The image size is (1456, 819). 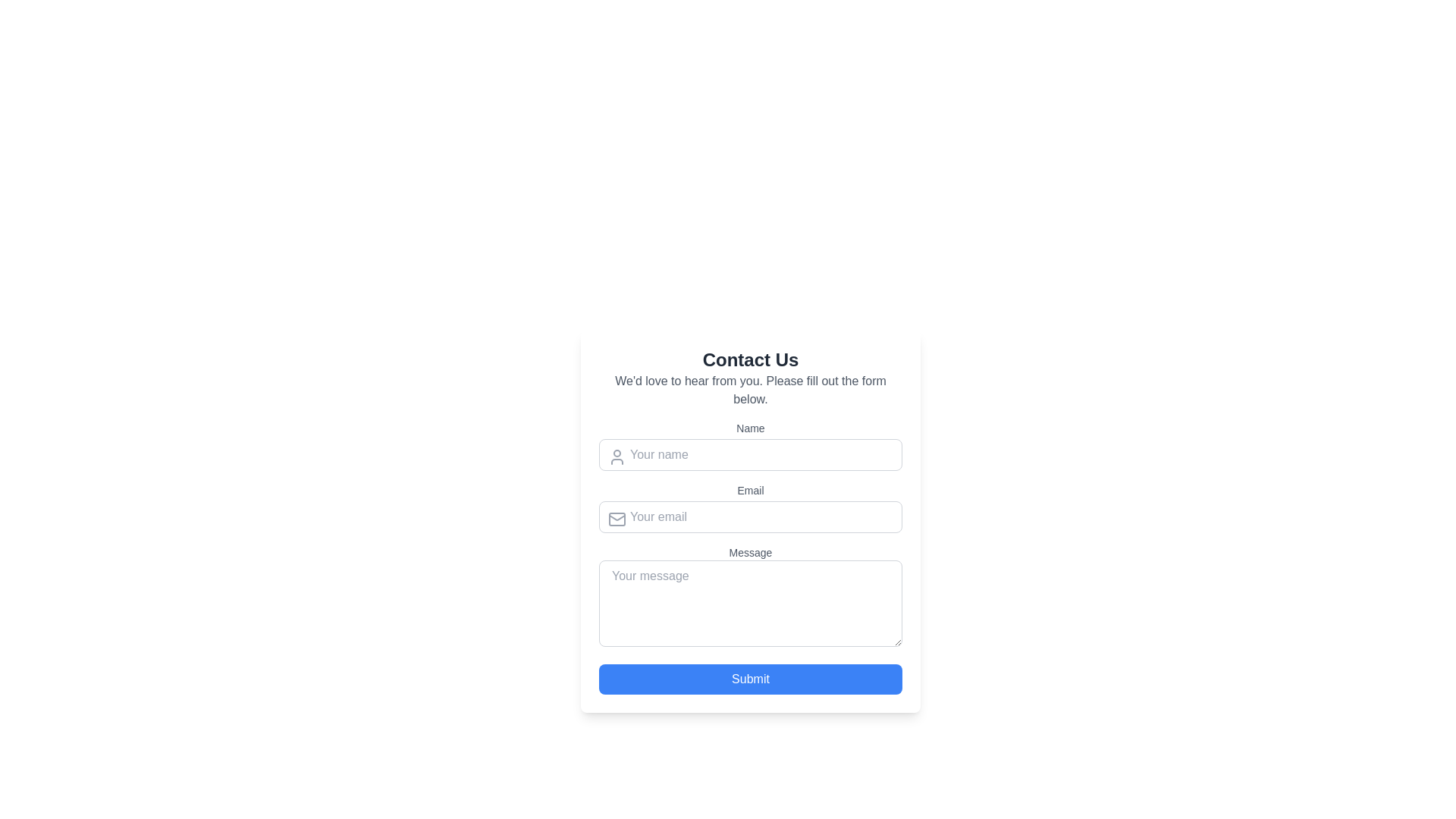 What do you see at coordinates (750, 491) in the screenshot?
I see `the text label that indicates users should provide their email address, which is positioned above the 'Your email' input field` at bounding box center [750, 491].